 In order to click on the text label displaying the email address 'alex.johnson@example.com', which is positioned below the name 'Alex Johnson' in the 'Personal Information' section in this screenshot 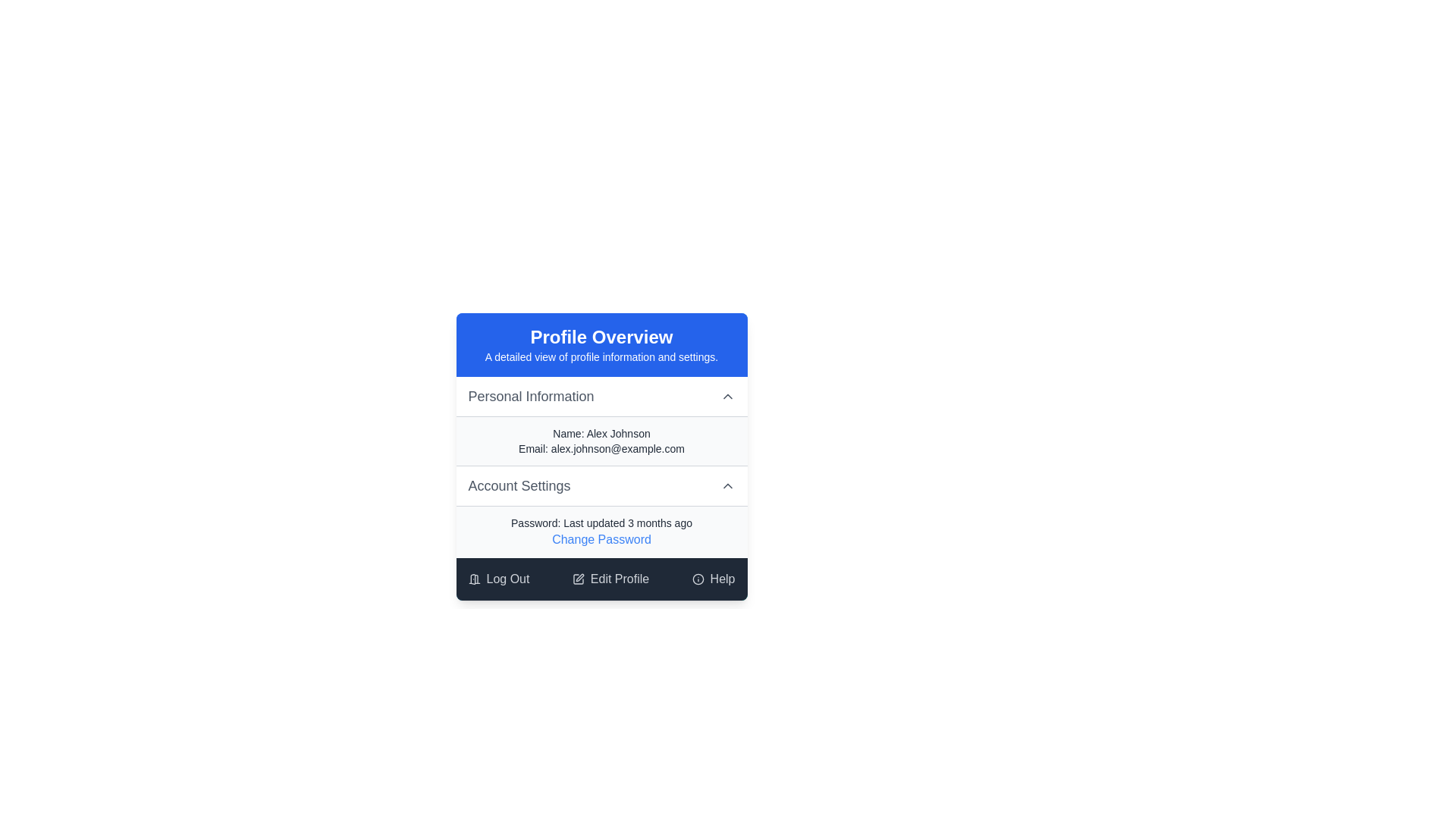, I will do `click(601, 447)`.